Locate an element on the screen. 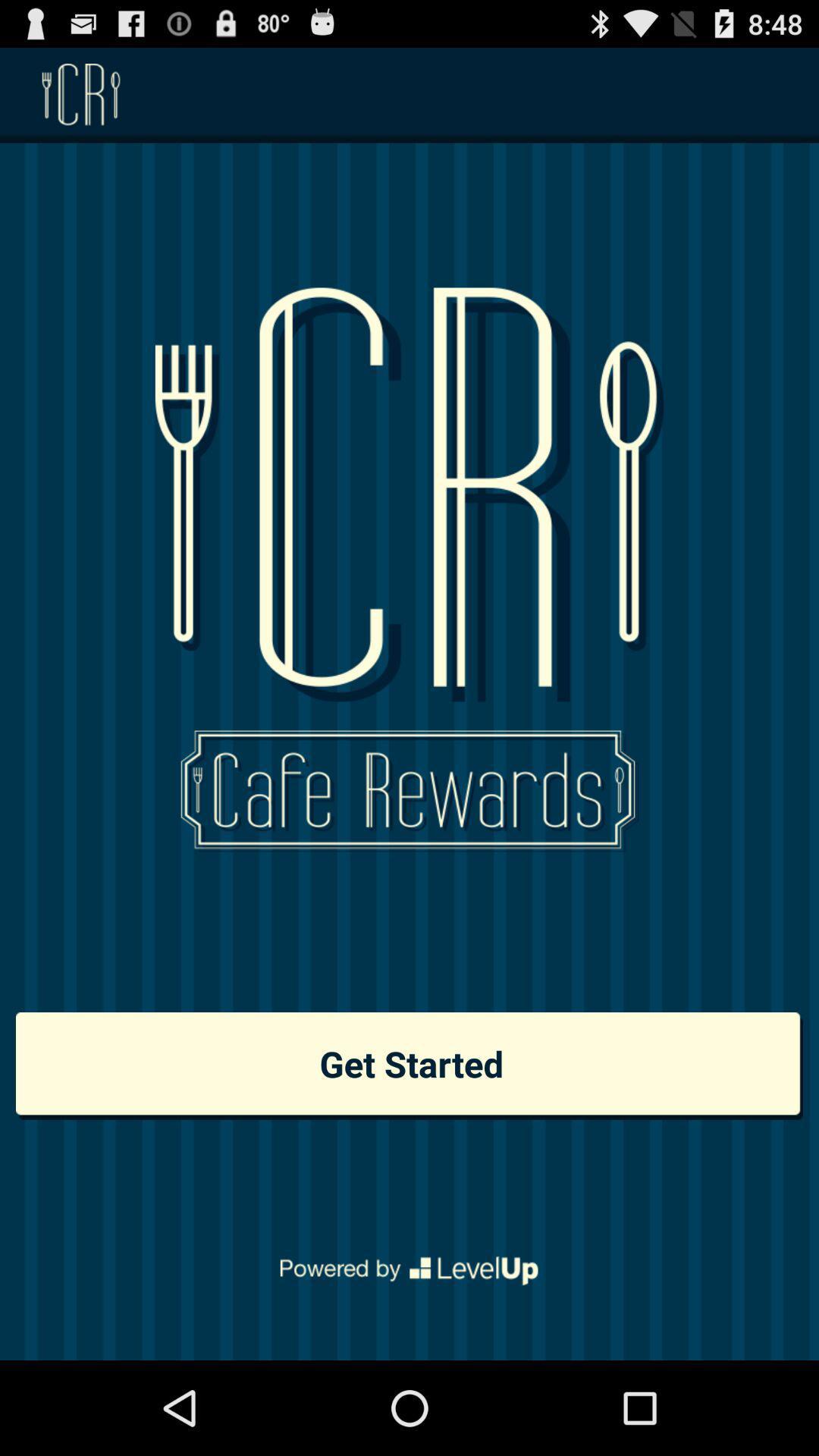 Image resolution: width=819 pixels, height=1456 pixels. the get started is located at coordinates (409, 1065).